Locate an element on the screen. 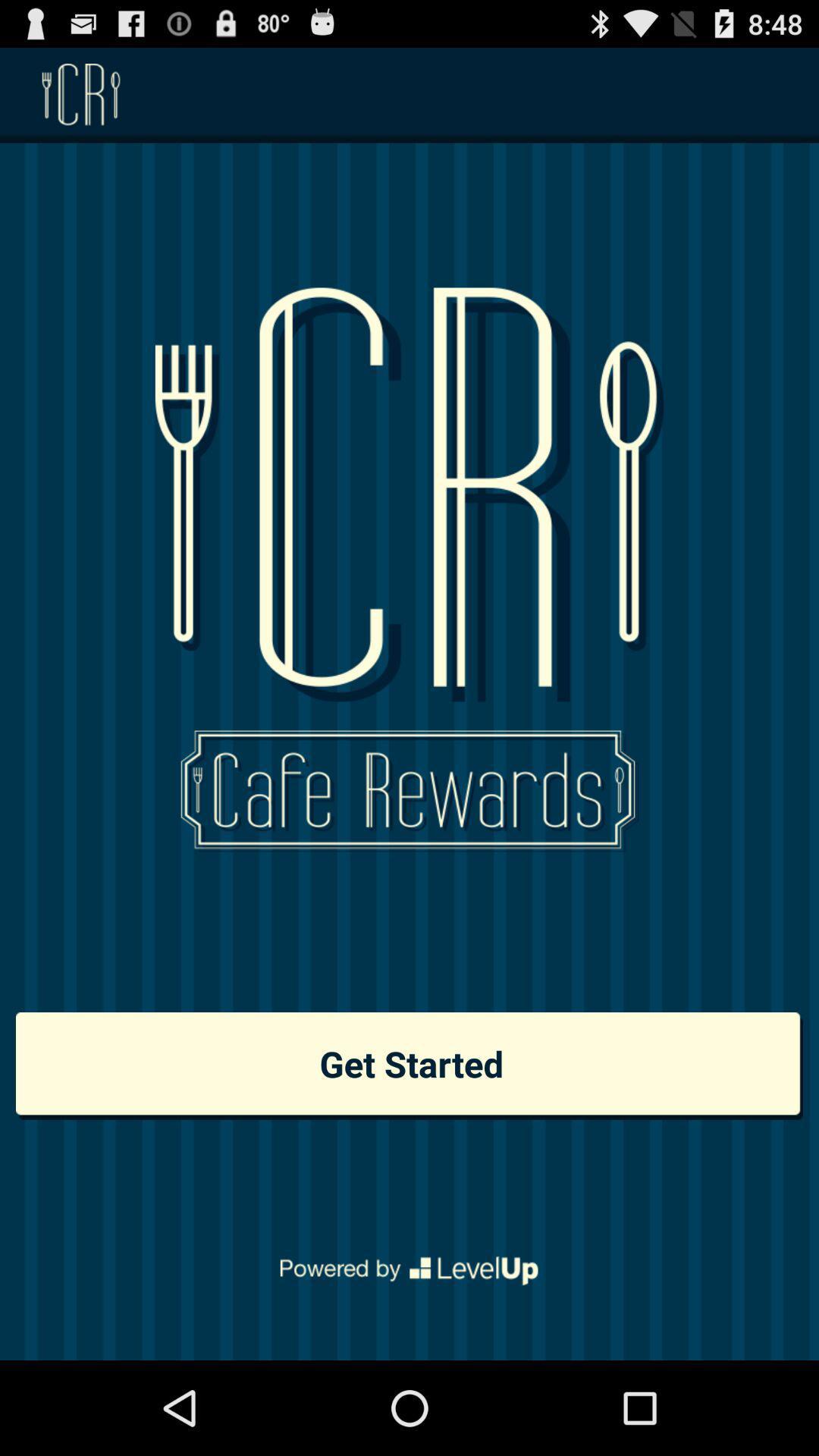 Image resolution: width=819 pixels, height=1456 pixels. the get started is located at coordinates (409, 1065).